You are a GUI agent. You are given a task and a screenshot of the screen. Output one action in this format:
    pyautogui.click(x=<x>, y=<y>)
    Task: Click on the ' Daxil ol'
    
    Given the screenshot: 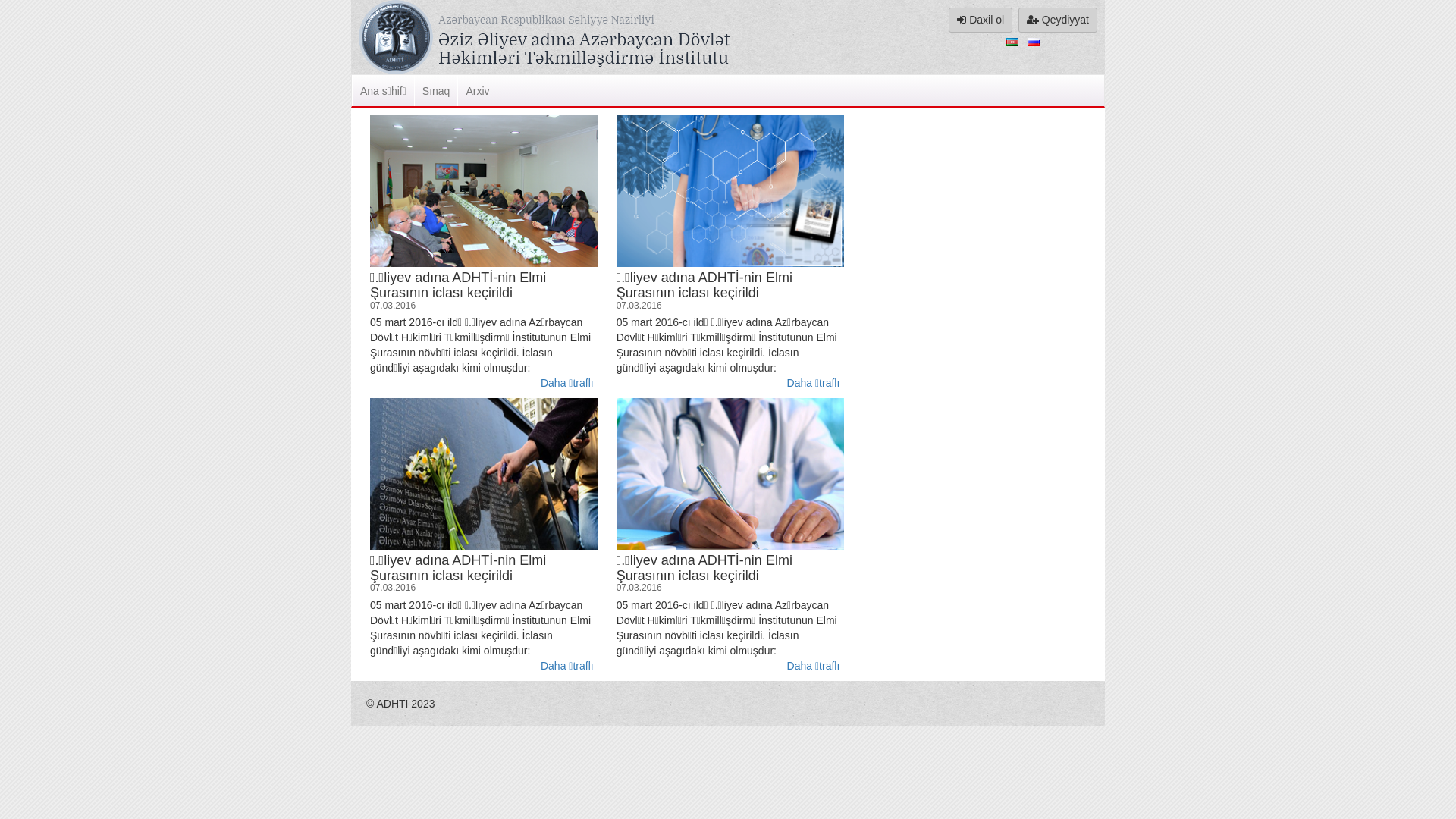 What is the action you would take?
    pyautogui.click(x=948, y=20)
    